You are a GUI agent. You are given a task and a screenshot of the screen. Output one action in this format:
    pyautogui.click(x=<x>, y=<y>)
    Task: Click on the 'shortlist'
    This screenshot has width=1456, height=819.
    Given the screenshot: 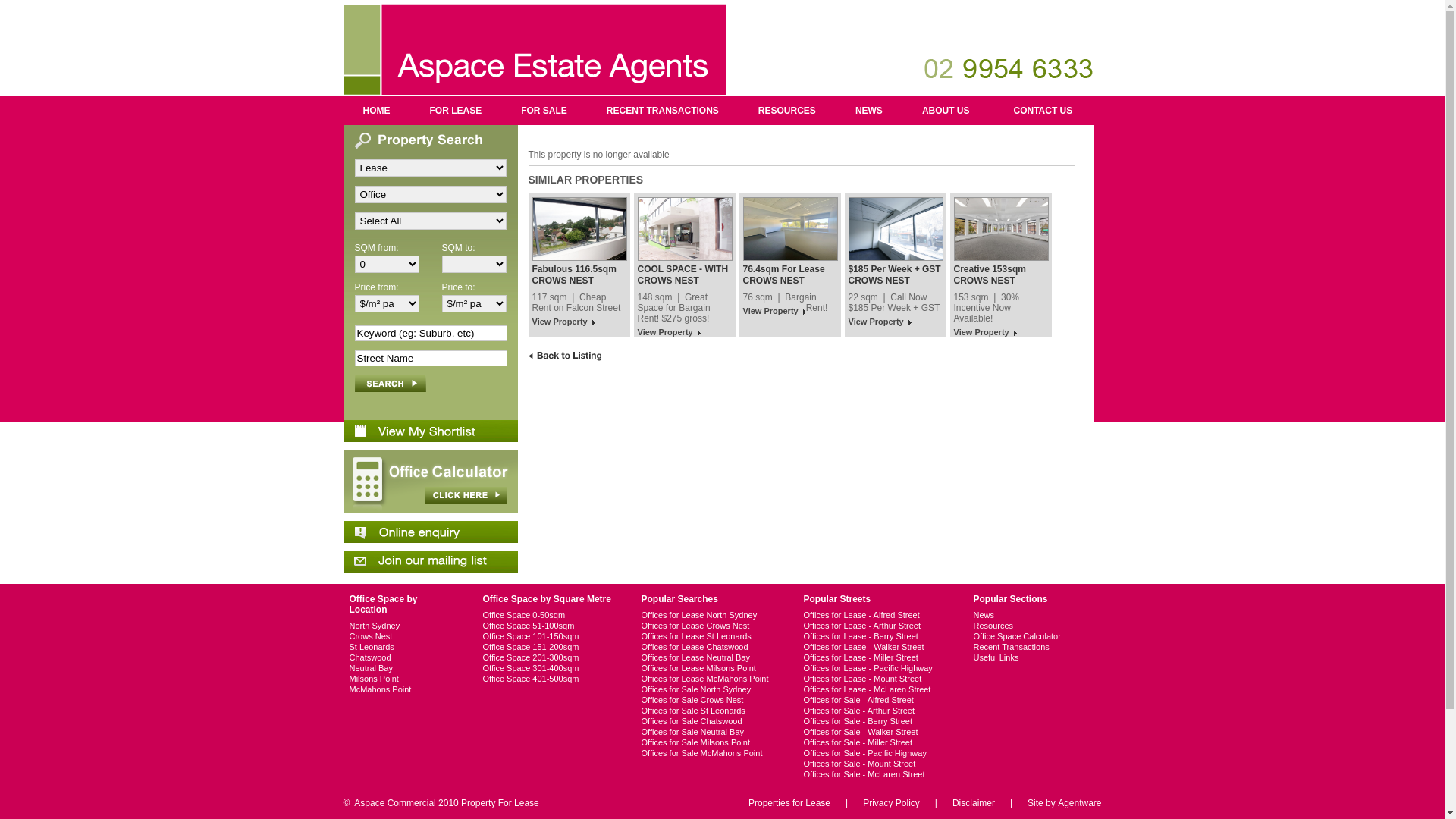 What is the action you would take?
    pyautogui.click(x=428, y=431)
    